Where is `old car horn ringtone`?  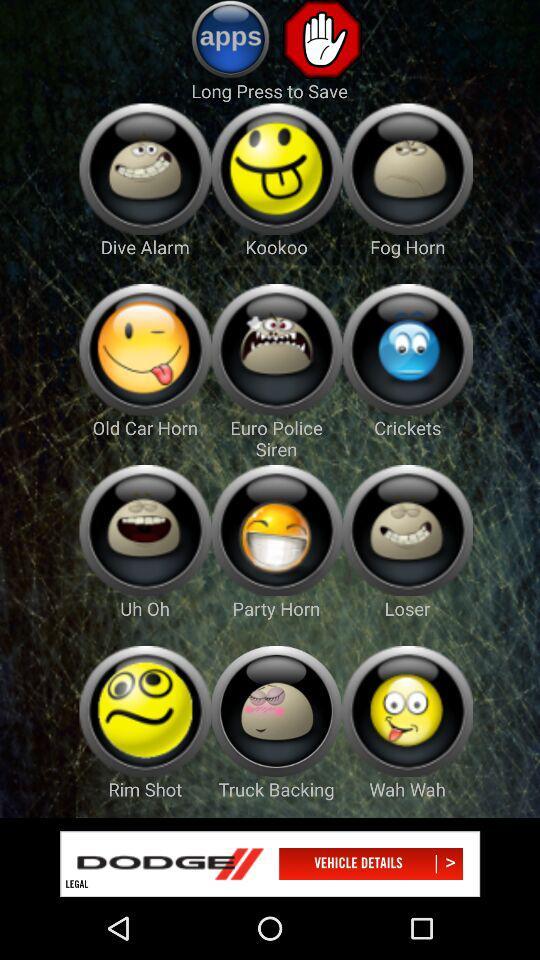 old car horn ringtone is located at coordinates (144, 349).